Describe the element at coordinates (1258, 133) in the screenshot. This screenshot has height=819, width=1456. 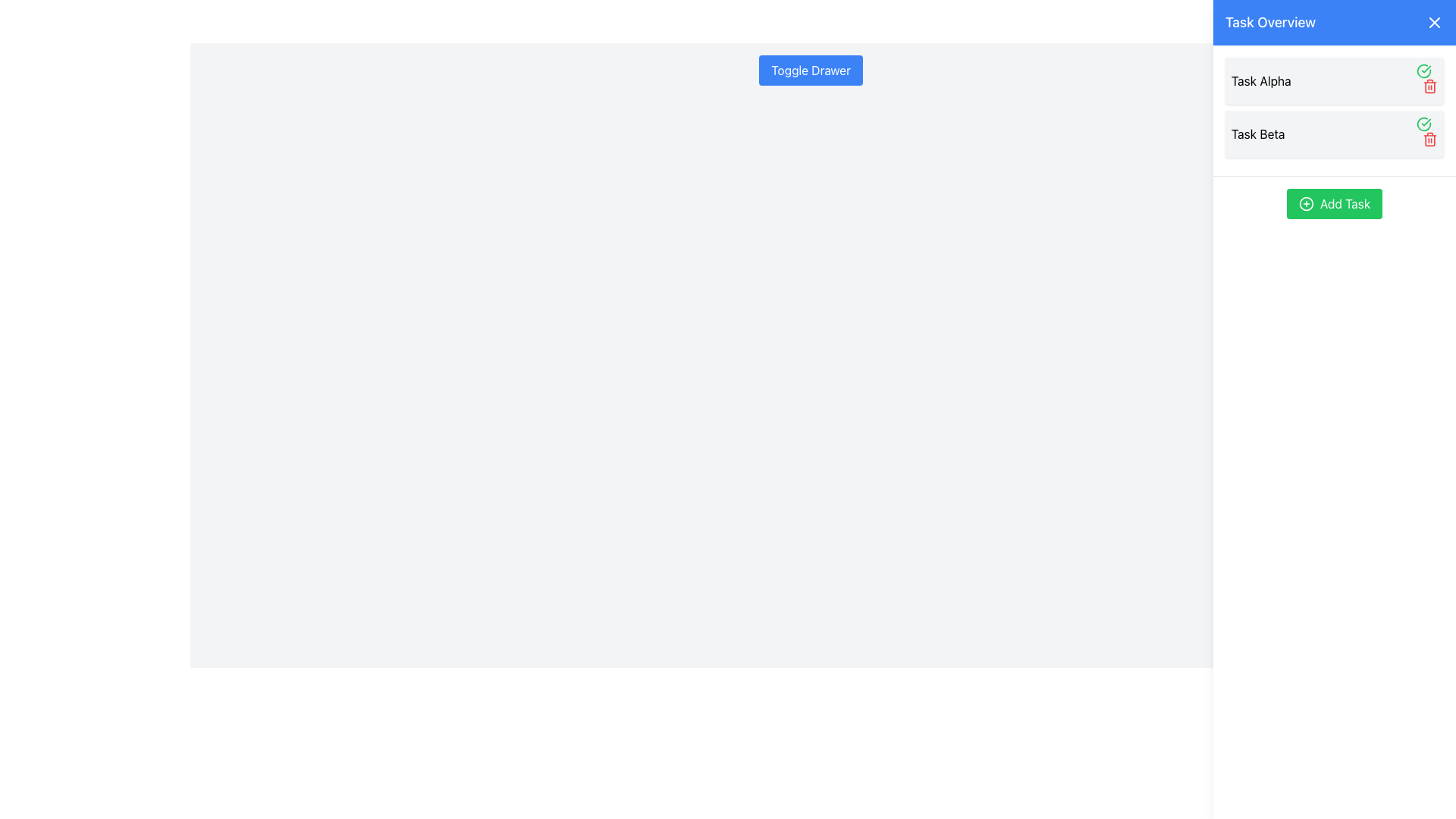
I see `the text label displaying 'Task Beta' in the Task Overview sidebar, which is styled in bold sans-serif font and is positioned between 'Task Alpha' and the 'Add Task' button` at that location.